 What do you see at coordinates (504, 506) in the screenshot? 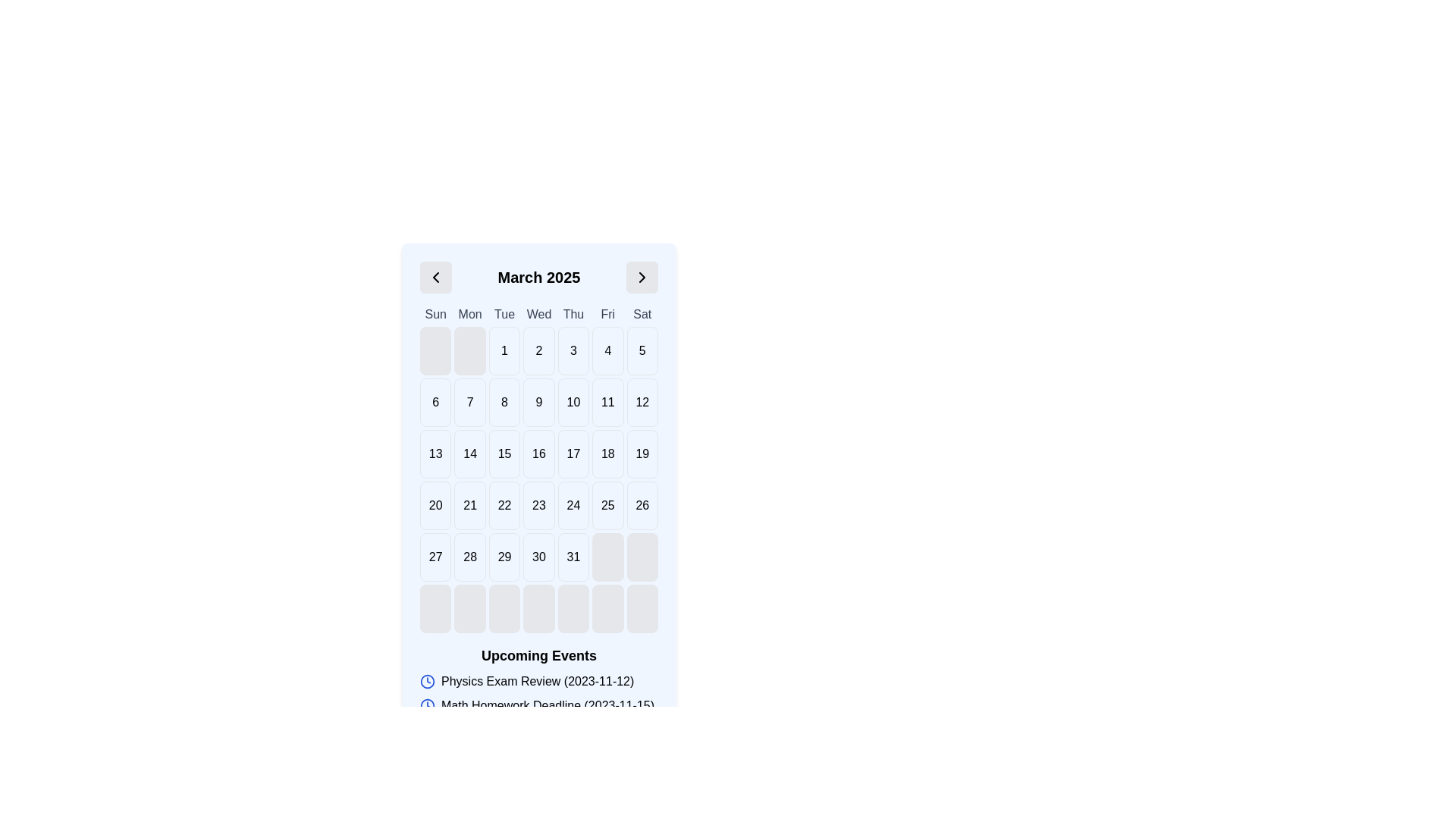
I see `the Calendar Day Cell representing the 22nd of the month` at bounding box center [504, 506].